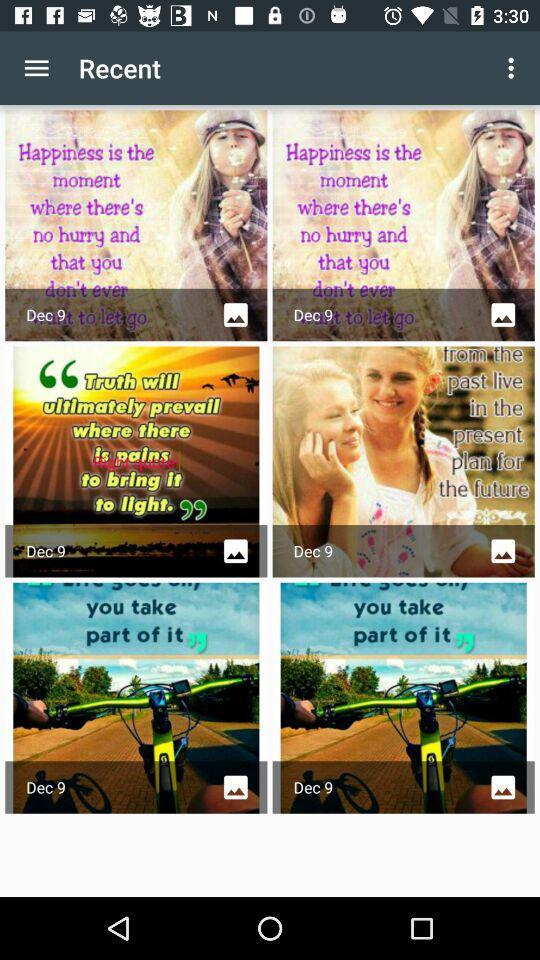 The image size is (540, 960). I want to click on icon above the dec 9 app, so click(513, 68).